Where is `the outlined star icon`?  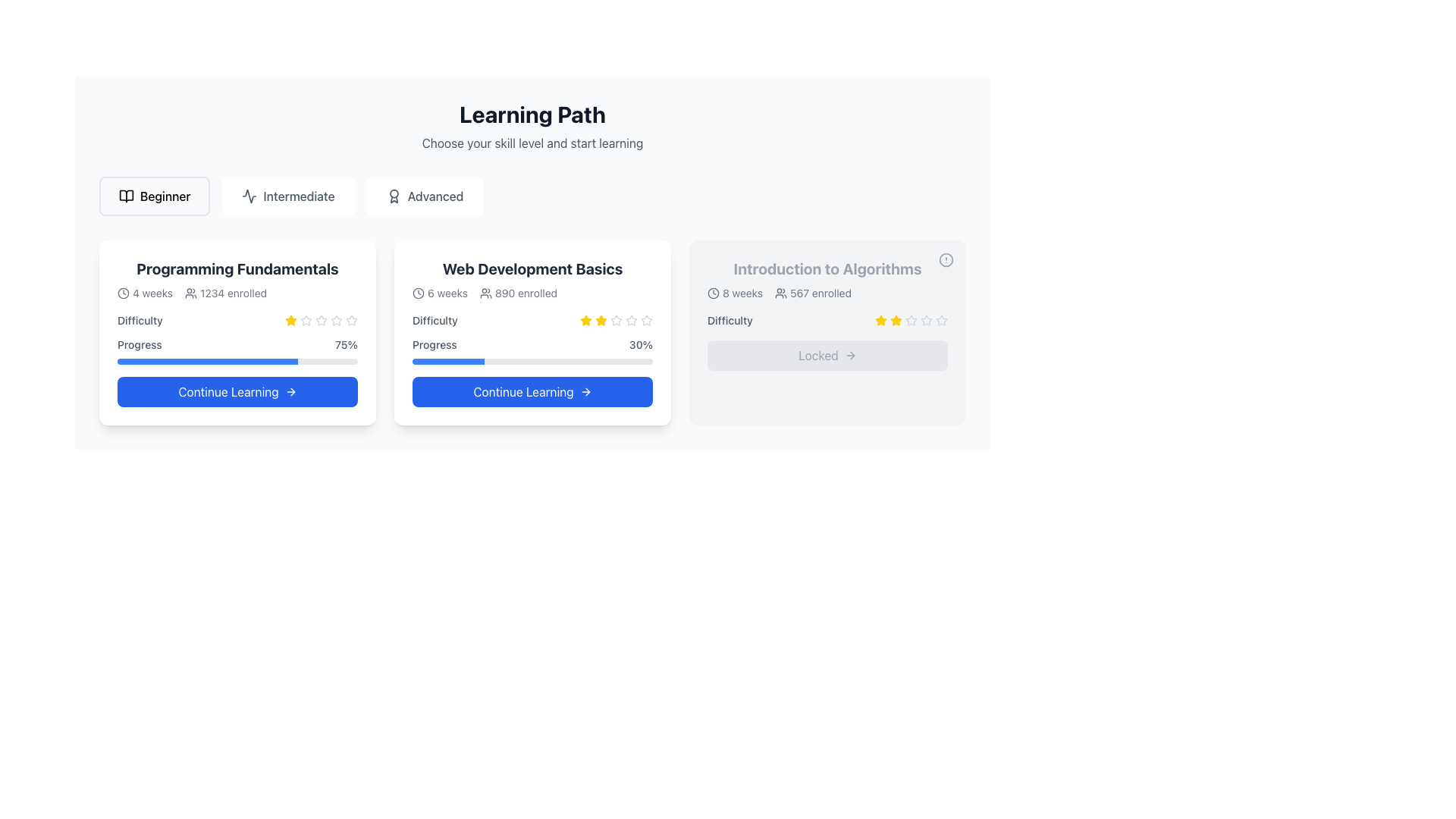
the outlined star icon is located at coordinates (336, 320).